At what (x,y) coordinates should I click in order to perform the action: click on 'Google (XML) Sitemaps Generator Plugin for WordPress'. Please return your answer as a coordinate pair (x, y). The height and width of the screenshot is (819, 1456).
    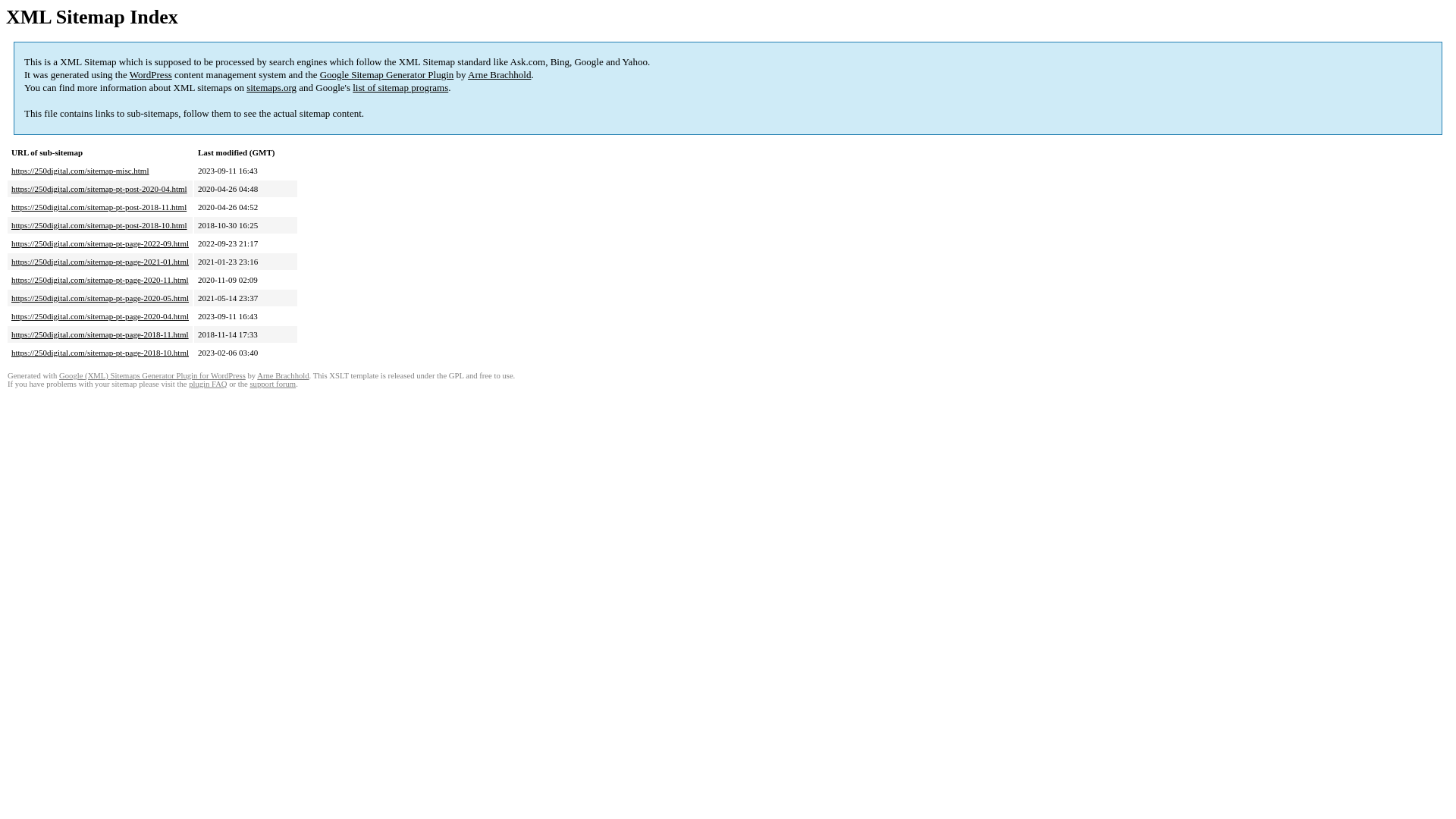
    Looking at the image, I should click on (152, 375).